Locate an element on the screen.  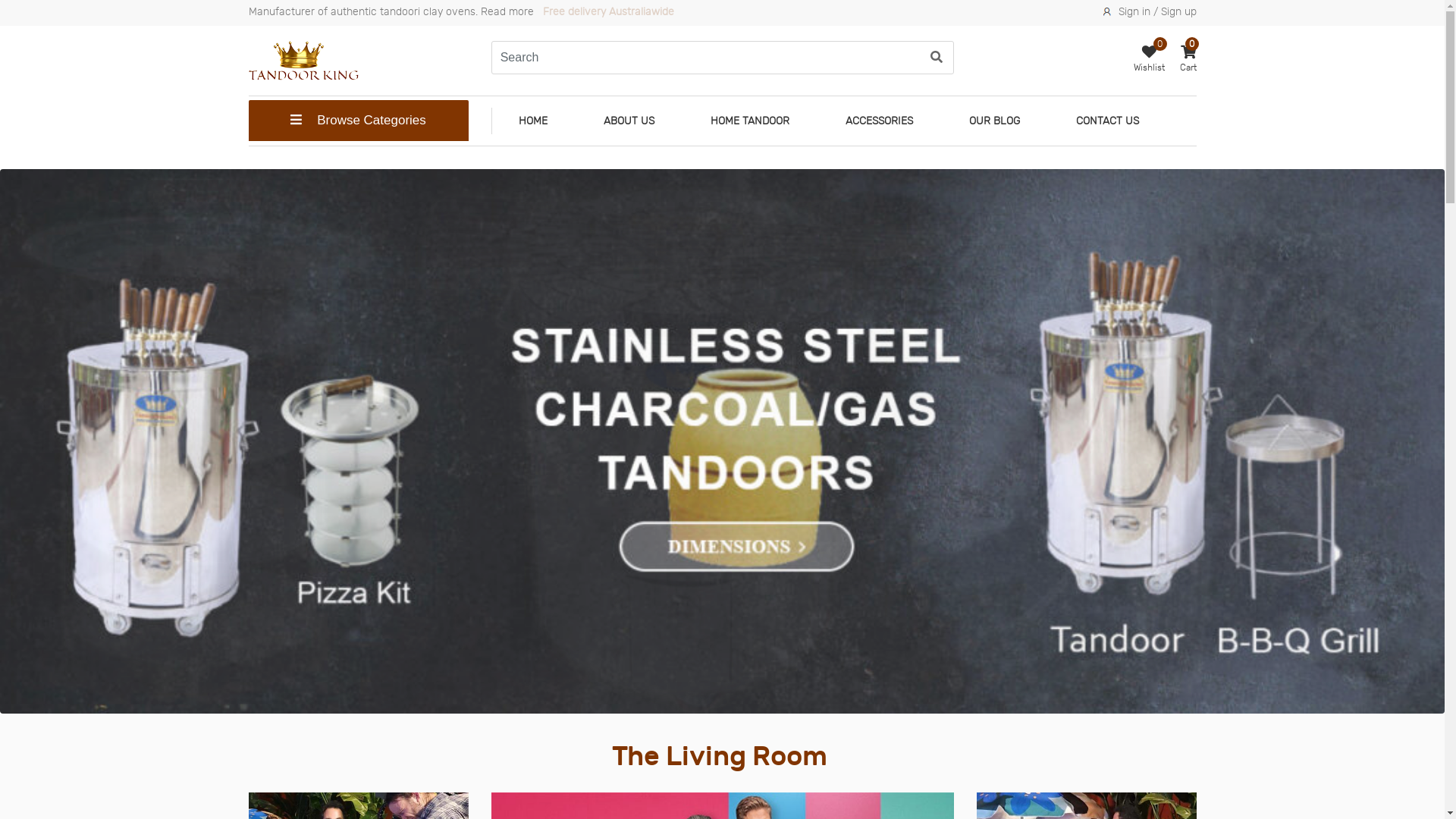
'banner3' is located at coordinates (721, 441).